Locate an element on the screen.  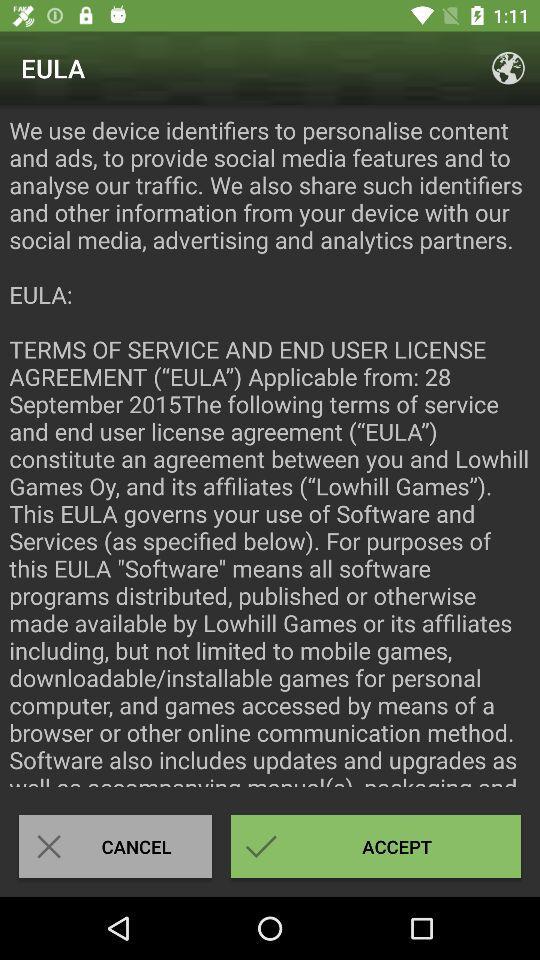
icon at the top right corner is located at coordinates (508, 68).